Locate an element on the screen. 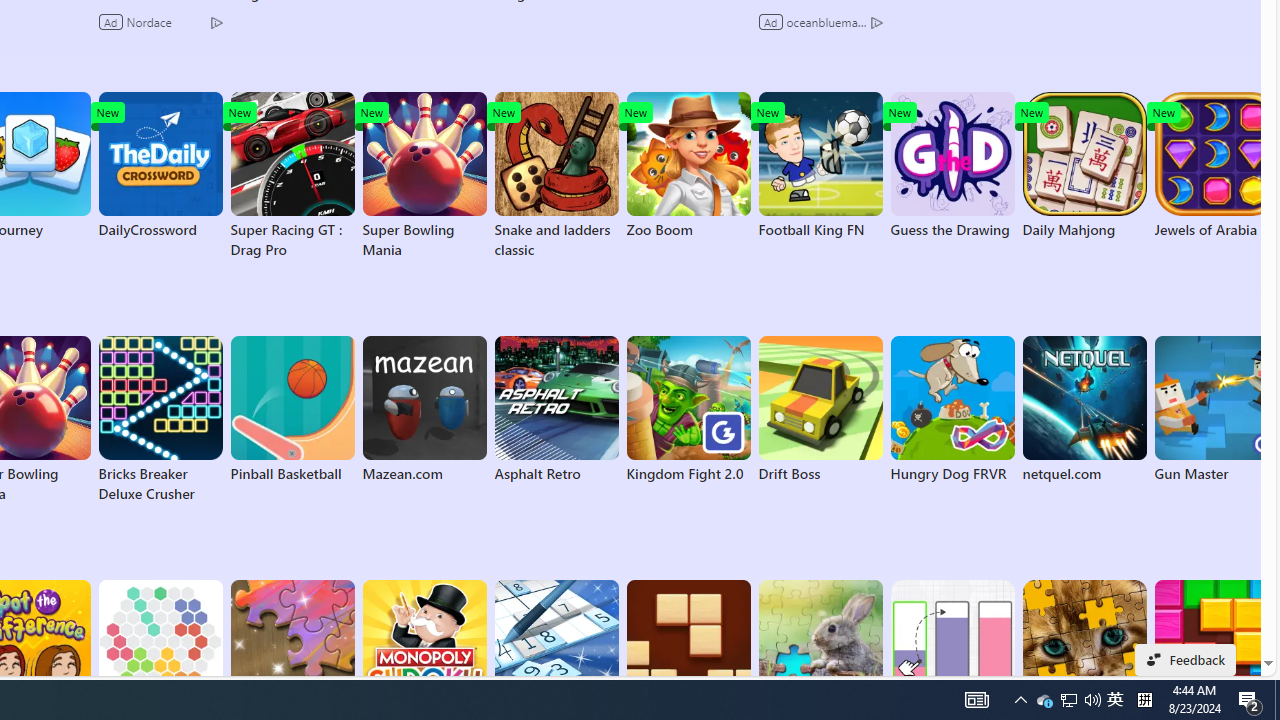 The image size is (1280, 720). 'Snake and ladders classic' is located at coordinates (556, 175).